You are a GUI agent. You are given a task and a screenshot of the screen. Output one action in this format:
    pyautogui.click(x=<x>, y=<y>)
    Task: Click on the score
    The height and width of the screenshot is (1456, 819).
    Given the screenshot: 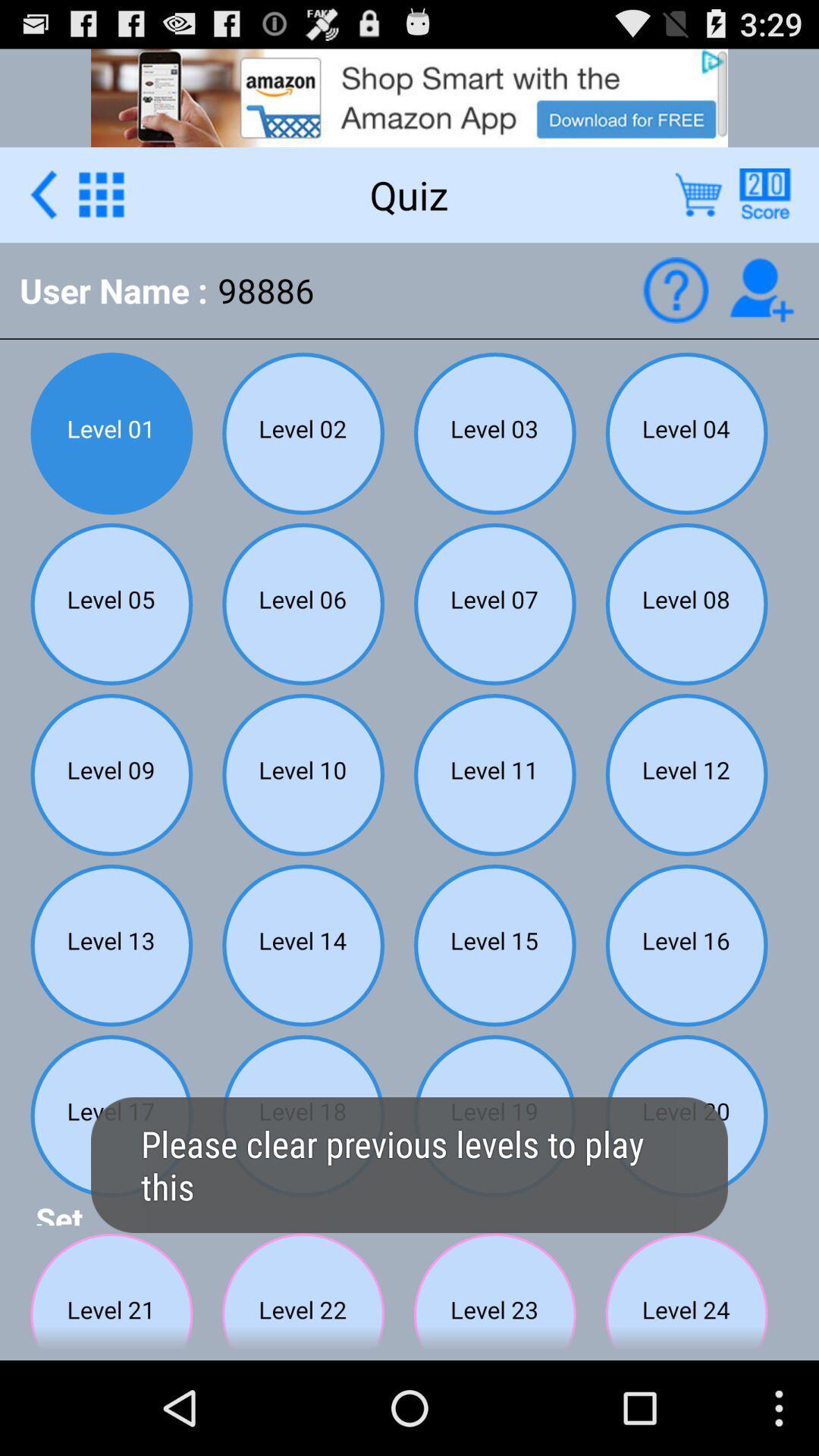 What is the action you would take?
    pyautogui.click(x=764, y=193)
    